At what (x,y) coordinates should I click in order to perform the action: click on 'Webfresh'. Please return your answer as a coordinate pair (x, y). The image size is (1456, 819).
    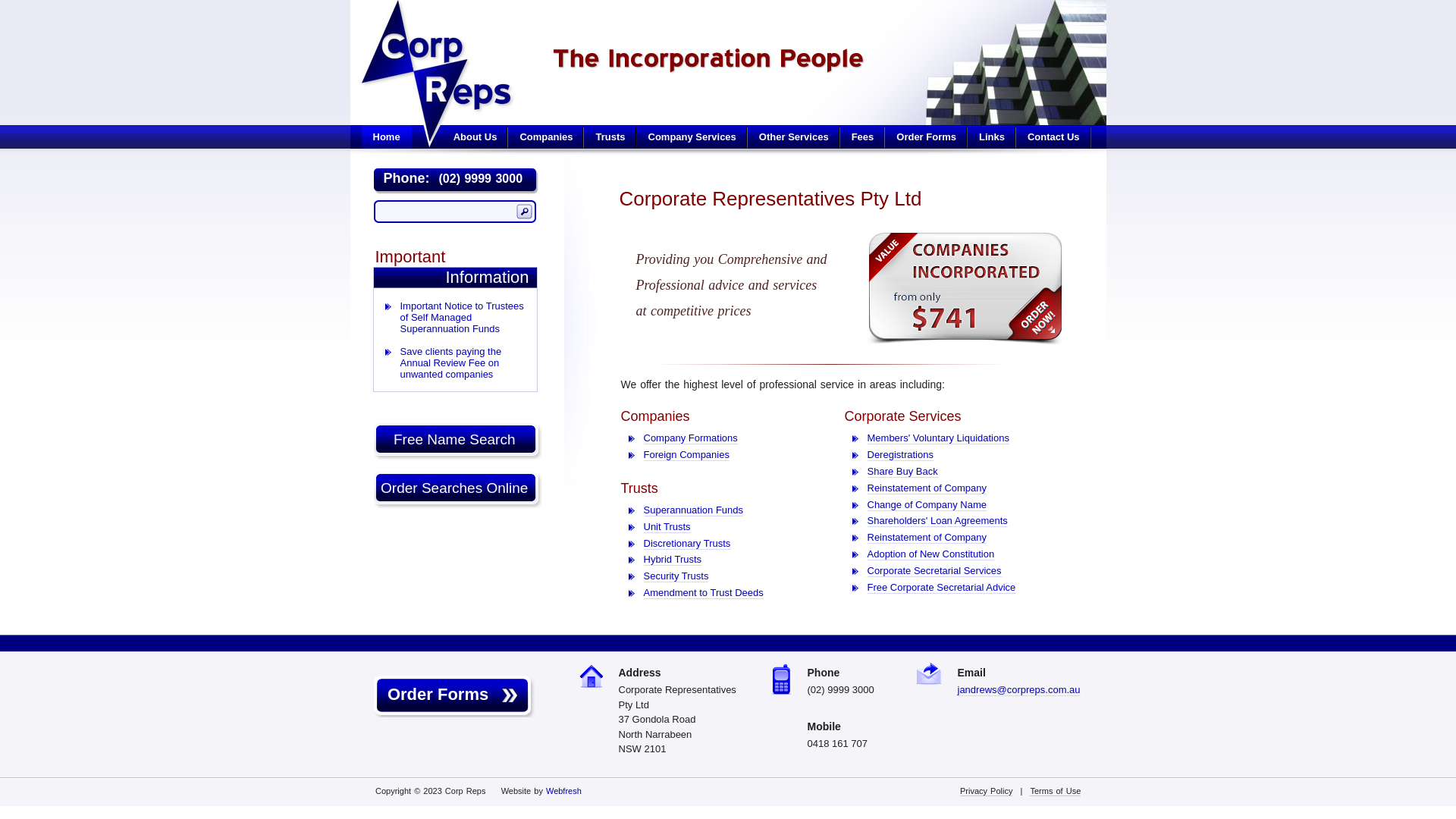
    Looking at the image, I should click on (546, 789).